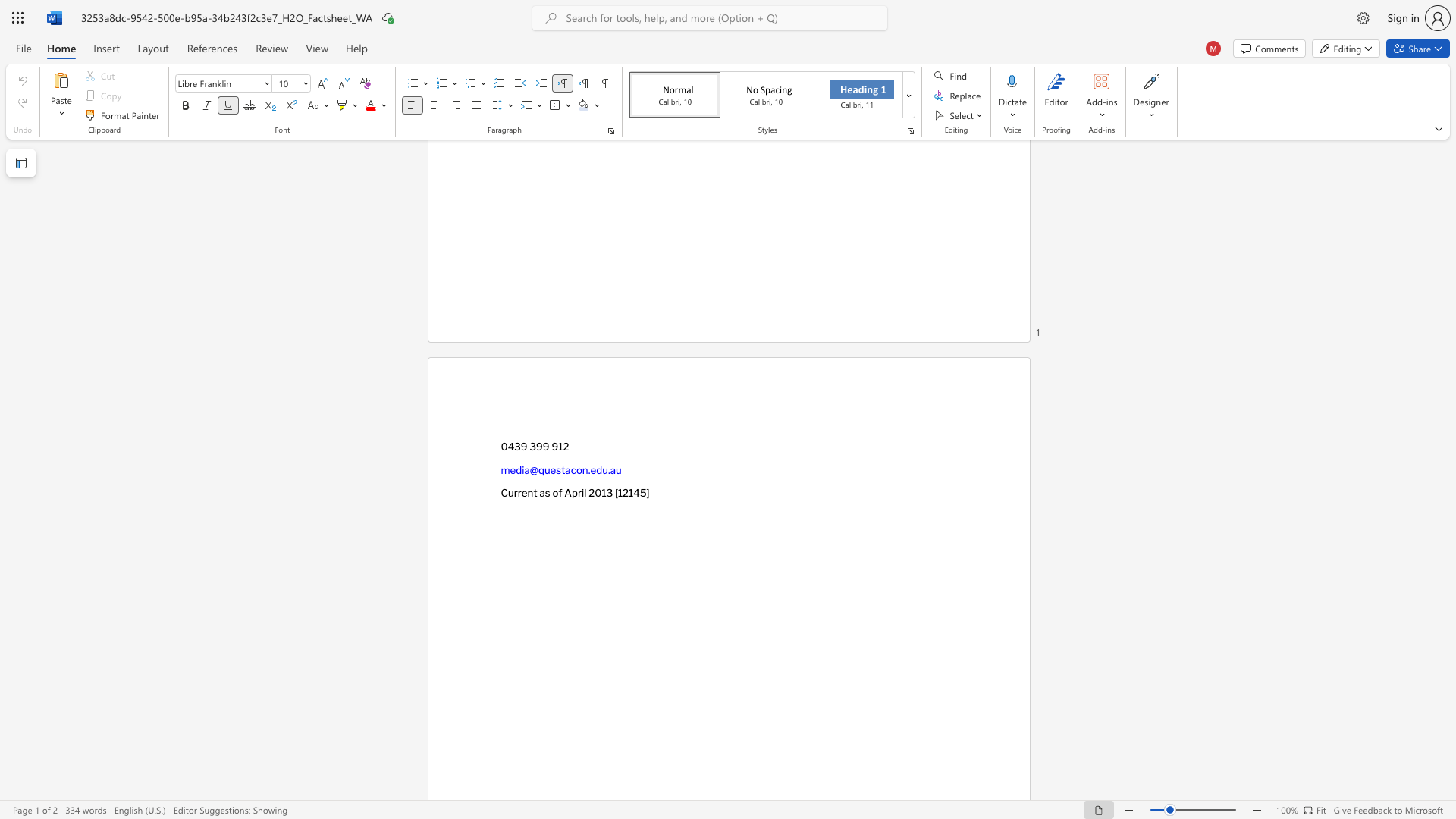  I want to click on the space between the continuous character "n" and "t" in the text, so click(532, 493).